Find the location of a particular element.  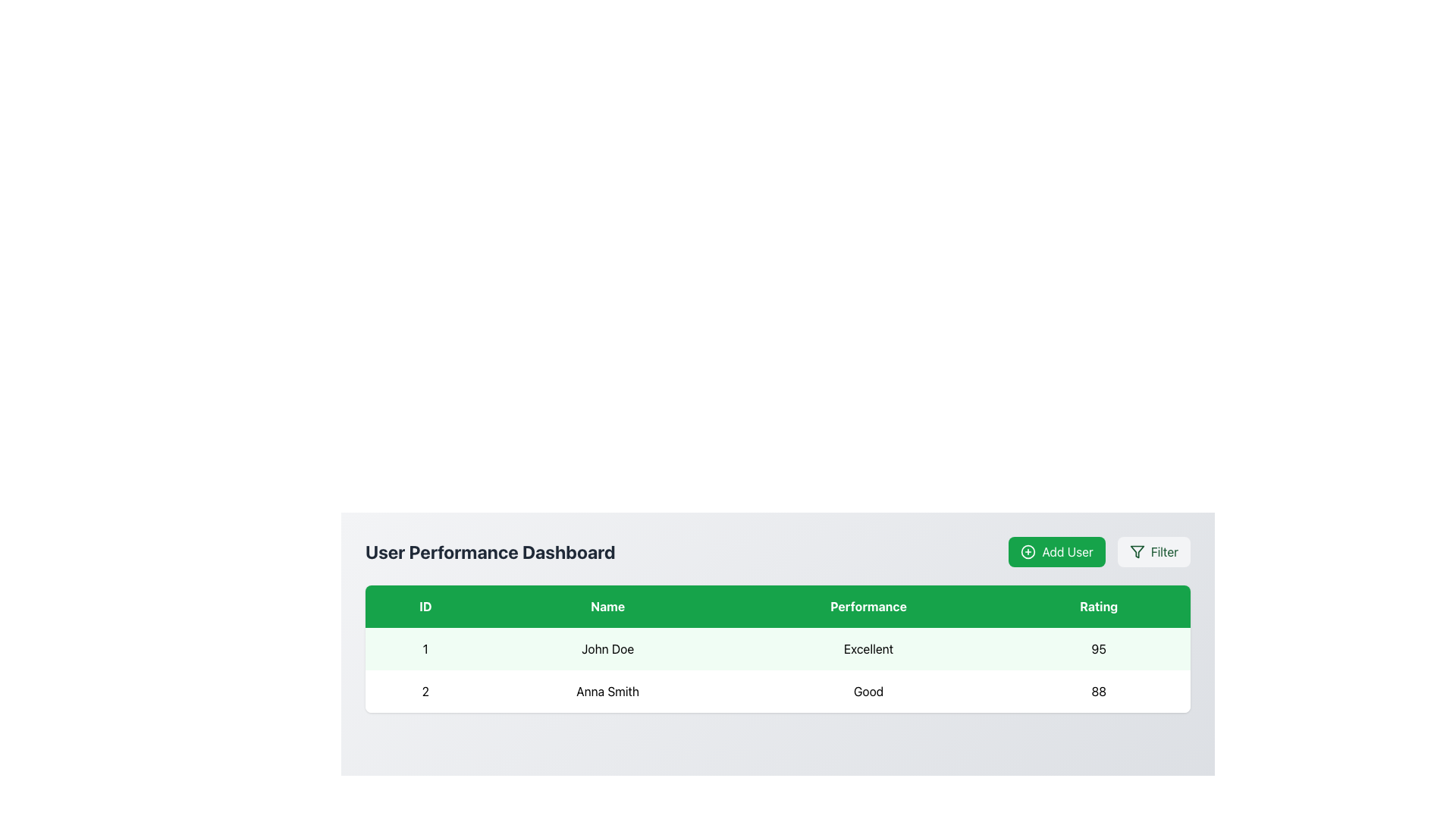

the Table Cell Content that serves as the identifier for the second entry in the table under the 'ID' column is located at coordinates (425, 691).